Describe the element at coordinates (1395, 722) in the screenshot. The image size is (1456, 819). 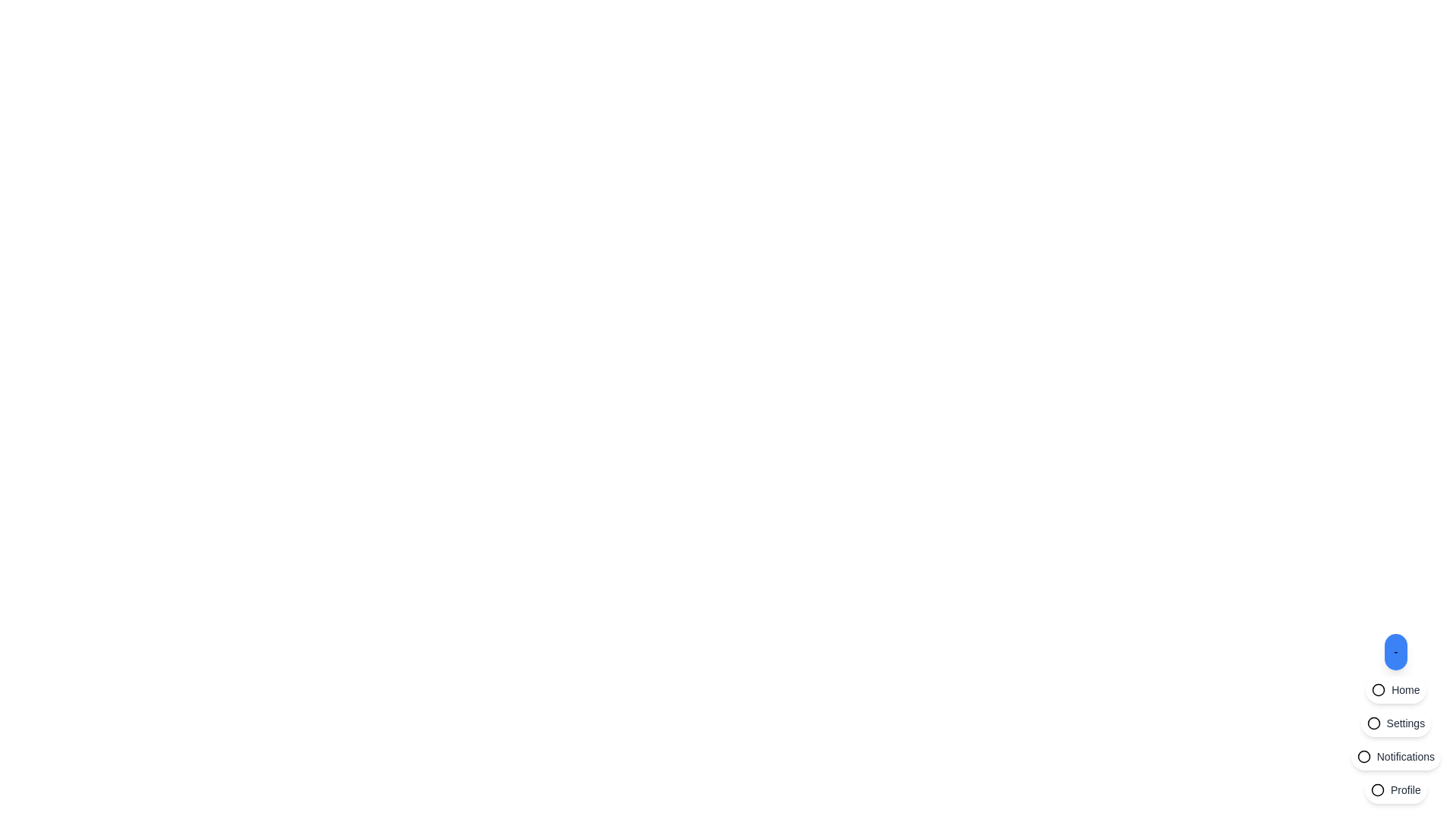
I see `the 'Settings' button, which is a horizontal pill-shaped button with a white background, located below the 'Home' button and above the 'Notifications' button` at that location.